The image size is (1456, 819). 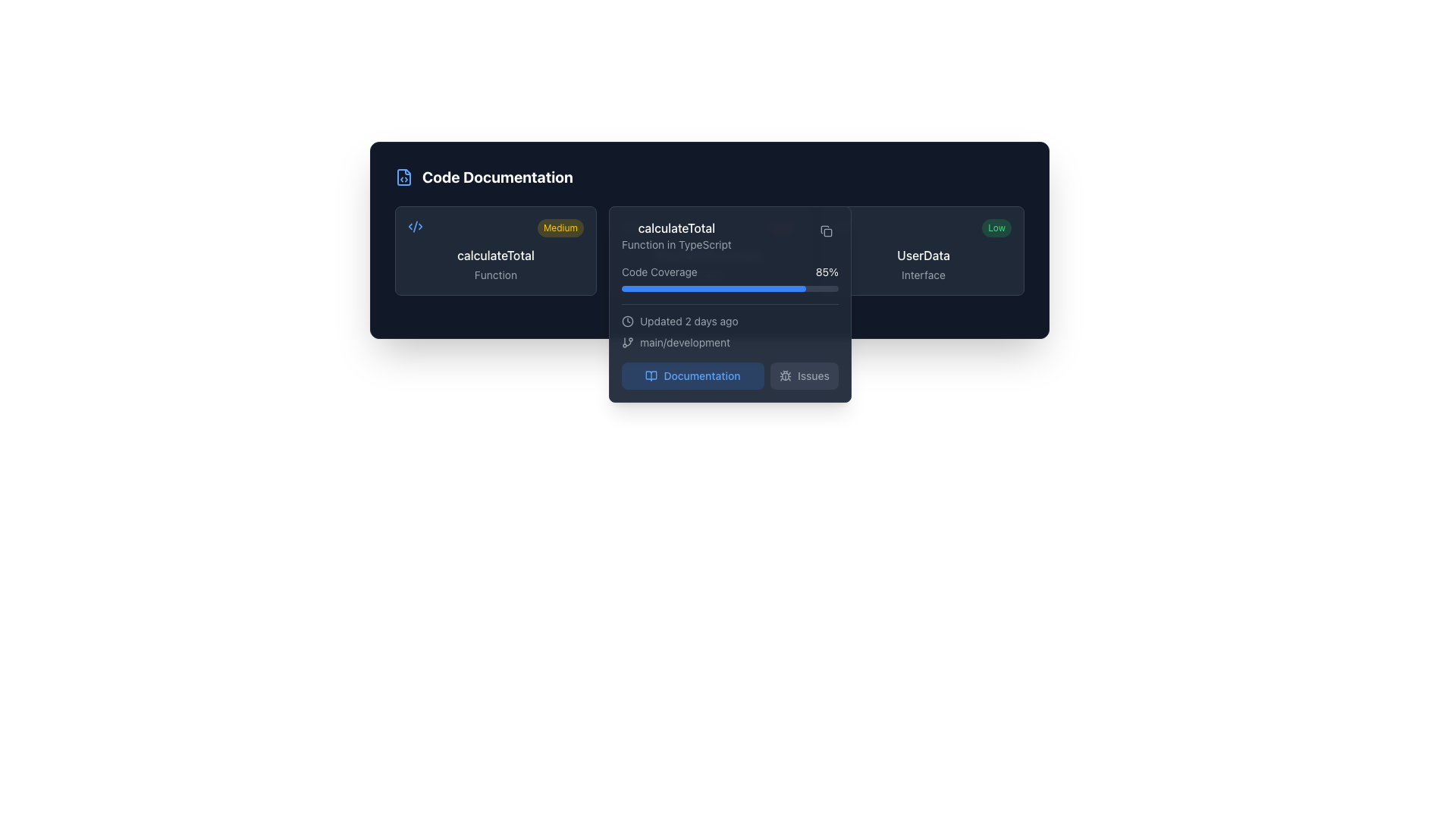 What do you see at coordinates (803, 375) in the screenshot?
I see `the 'Issues' button, which is a rectangular button with rounded corners and a dark gray background, located on the right side of the row next to the 'Documentation' button` at bounding box center [803, 375].